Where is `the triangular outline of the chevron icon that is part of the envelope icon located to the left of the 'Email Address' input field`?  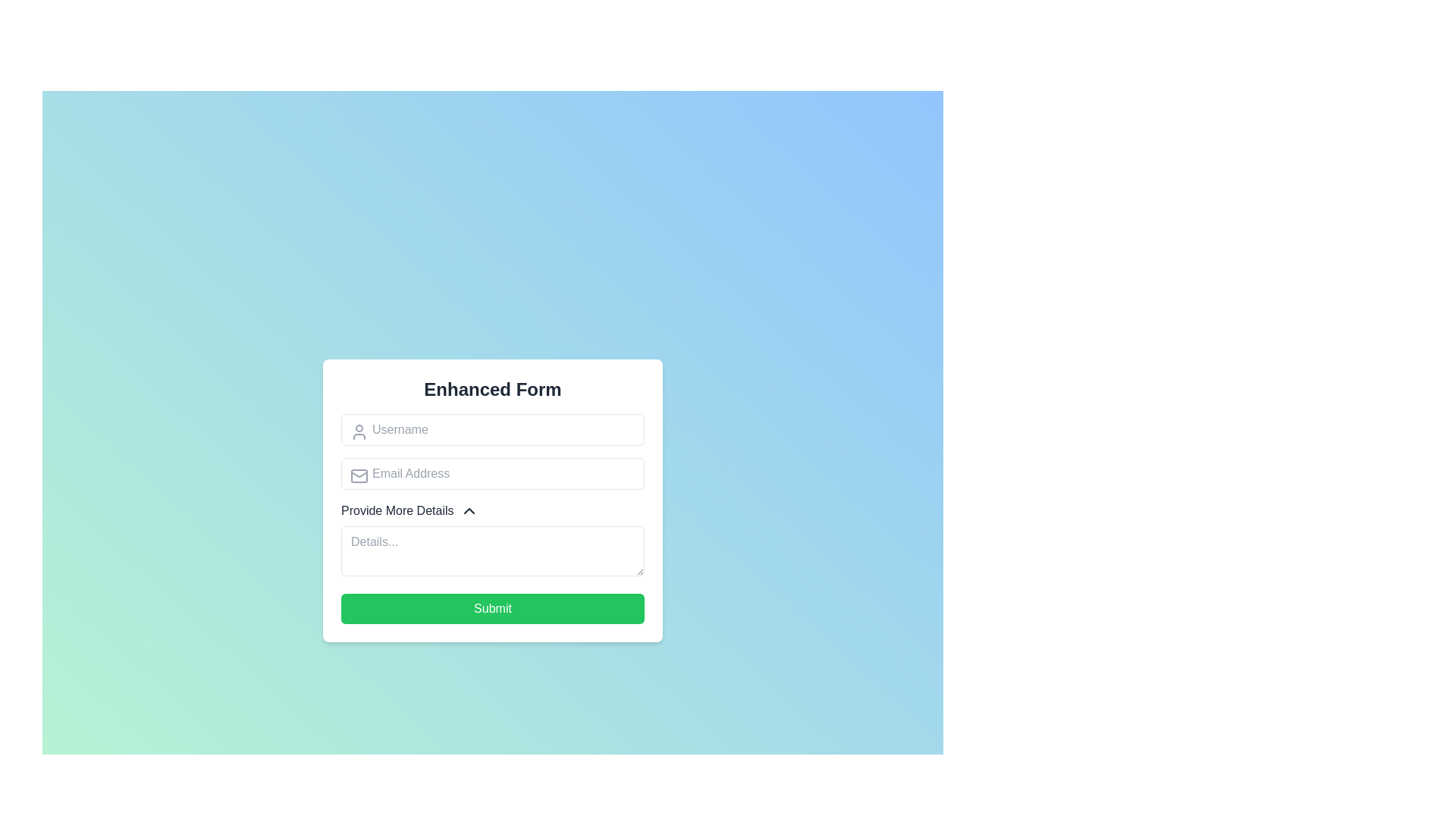
the triangular outline of the chevron icon that is part of the envelope icon located to the left of the 'Email Address' input field is located at coordinates (359, 472).